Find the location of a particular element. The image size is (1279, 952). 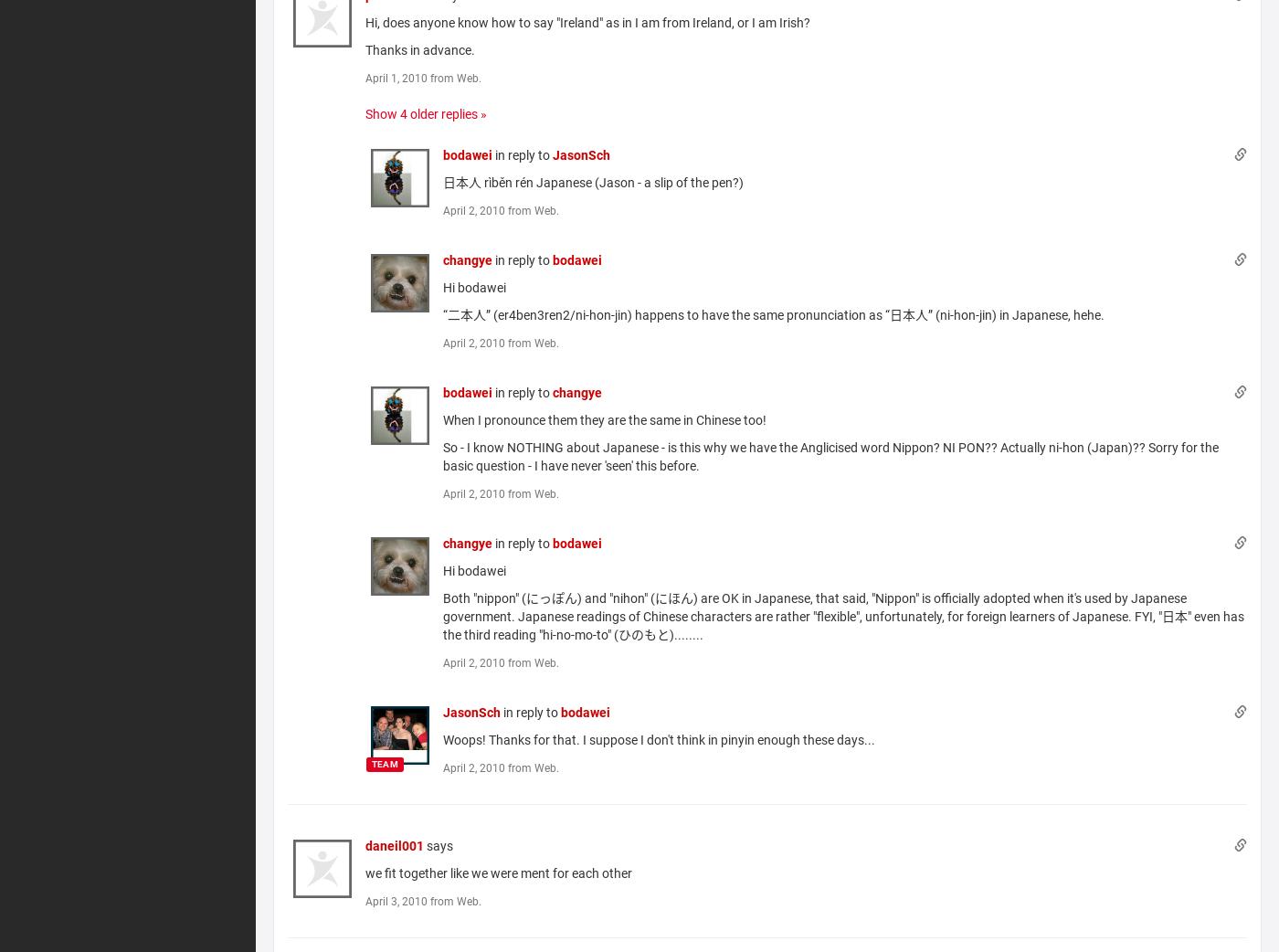

'daneil001' is located at coordinates (395, 843).